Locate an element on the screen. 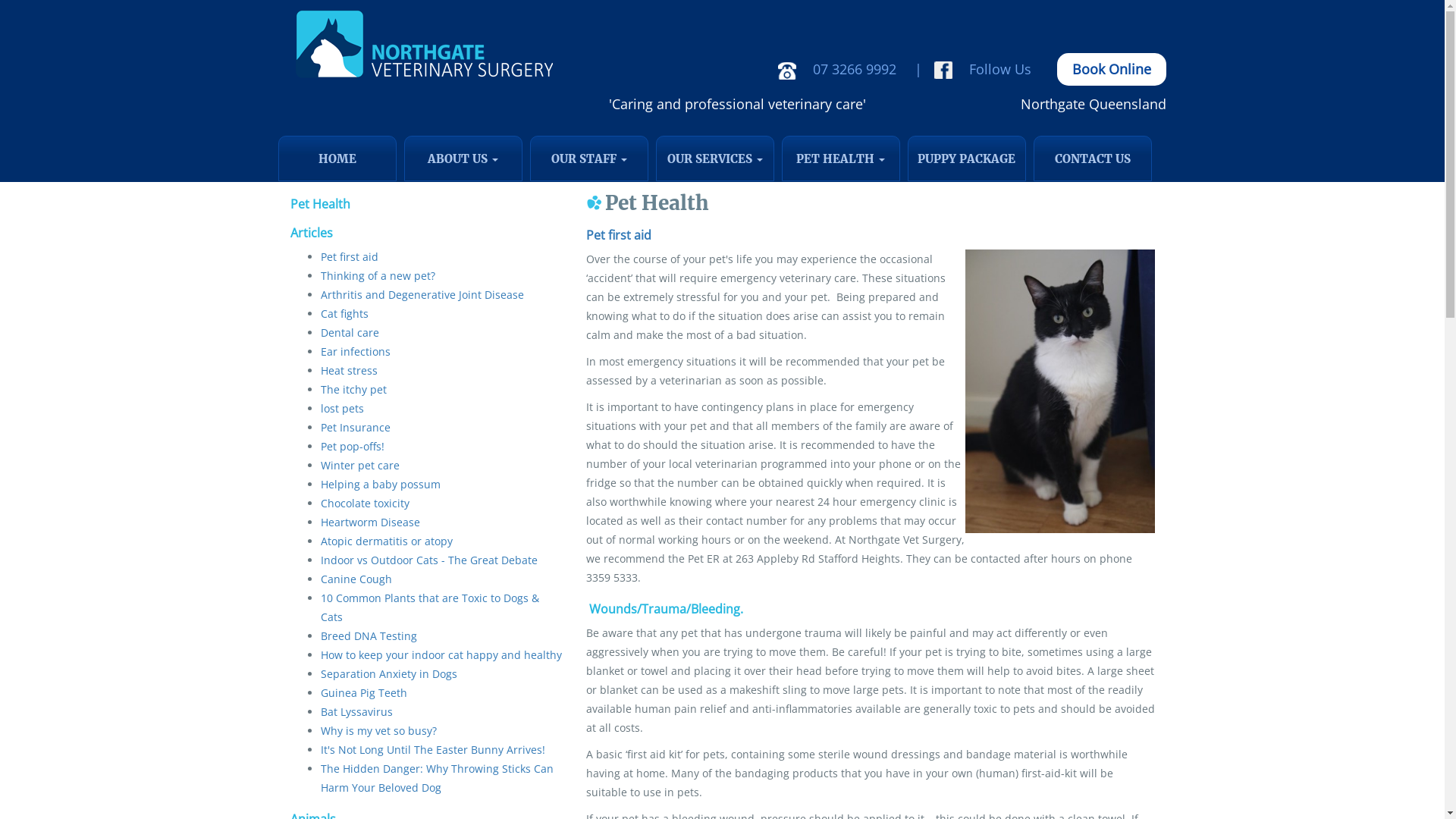 The image size is (1456, 819). 'Guinea Pig Teeth' is located at coordinates (362, 692).